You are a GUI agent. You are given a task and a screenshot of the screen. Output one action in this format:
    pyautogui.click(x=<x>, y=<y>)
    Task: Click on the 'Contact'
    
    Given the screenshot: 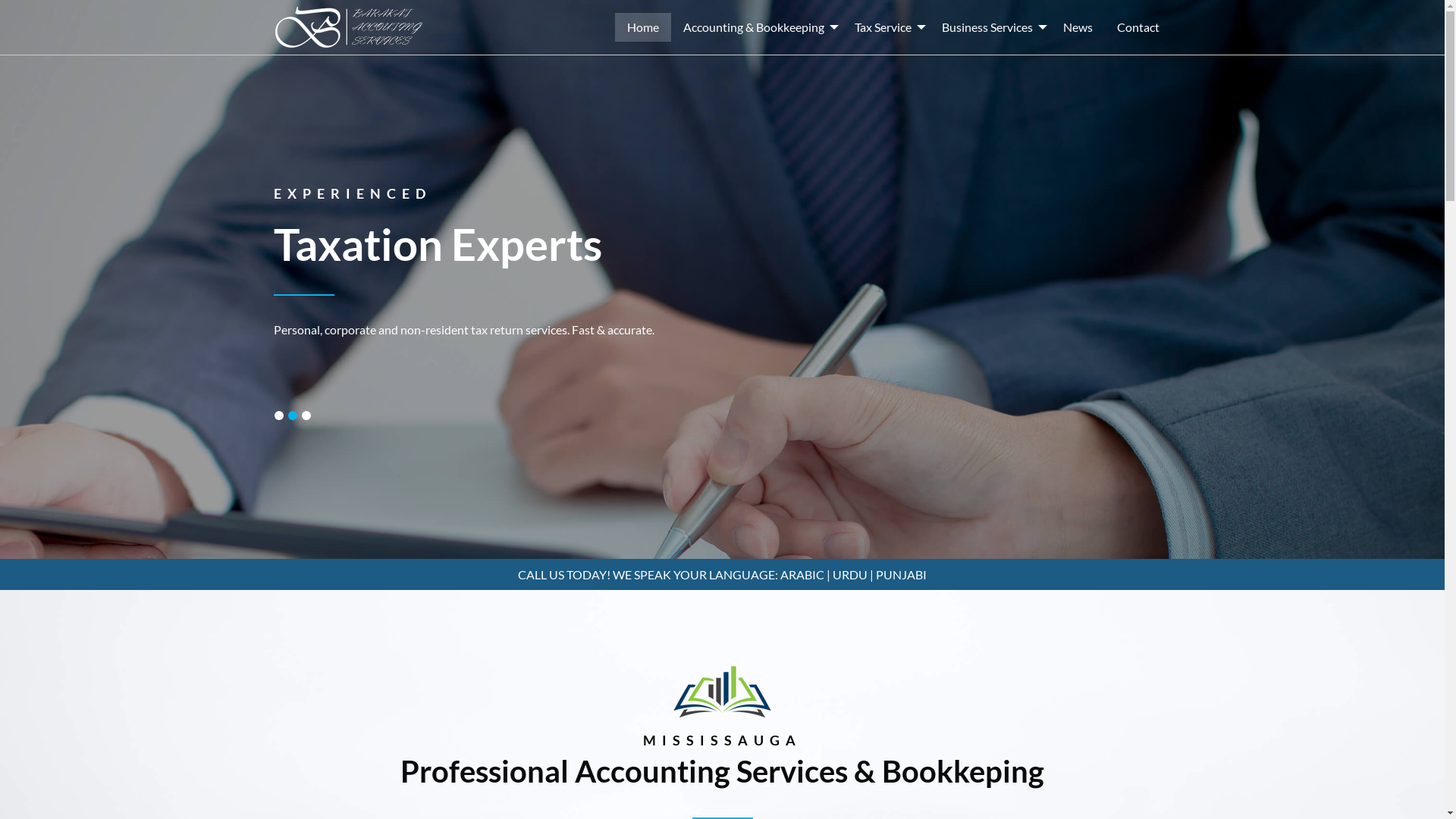 What is the action you would take?
    pyautogui.click(x=1137, y=27)
    